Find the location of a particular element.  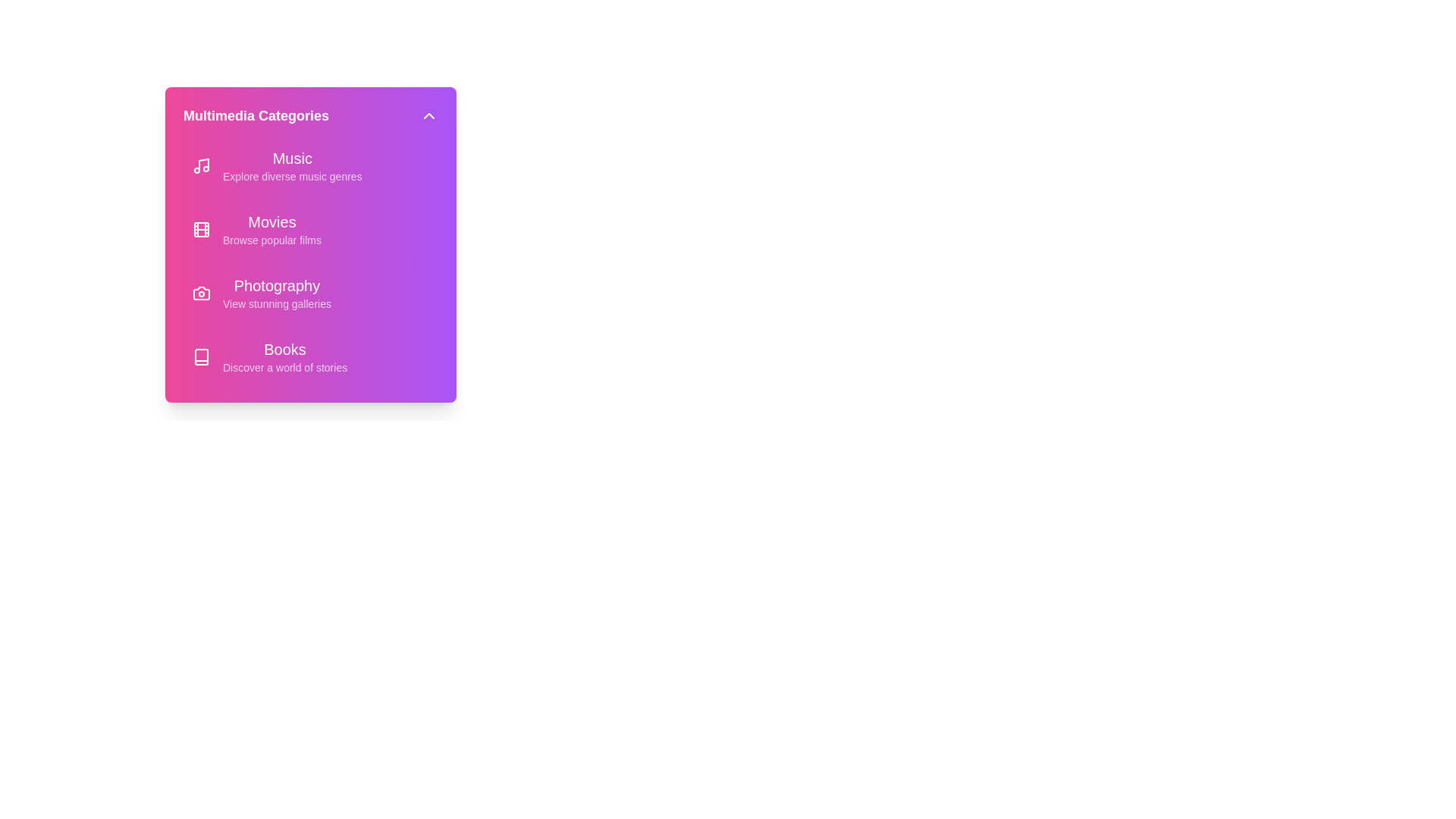

the header area of the menu to toggle its visibility is located at coordinates (309, 115).